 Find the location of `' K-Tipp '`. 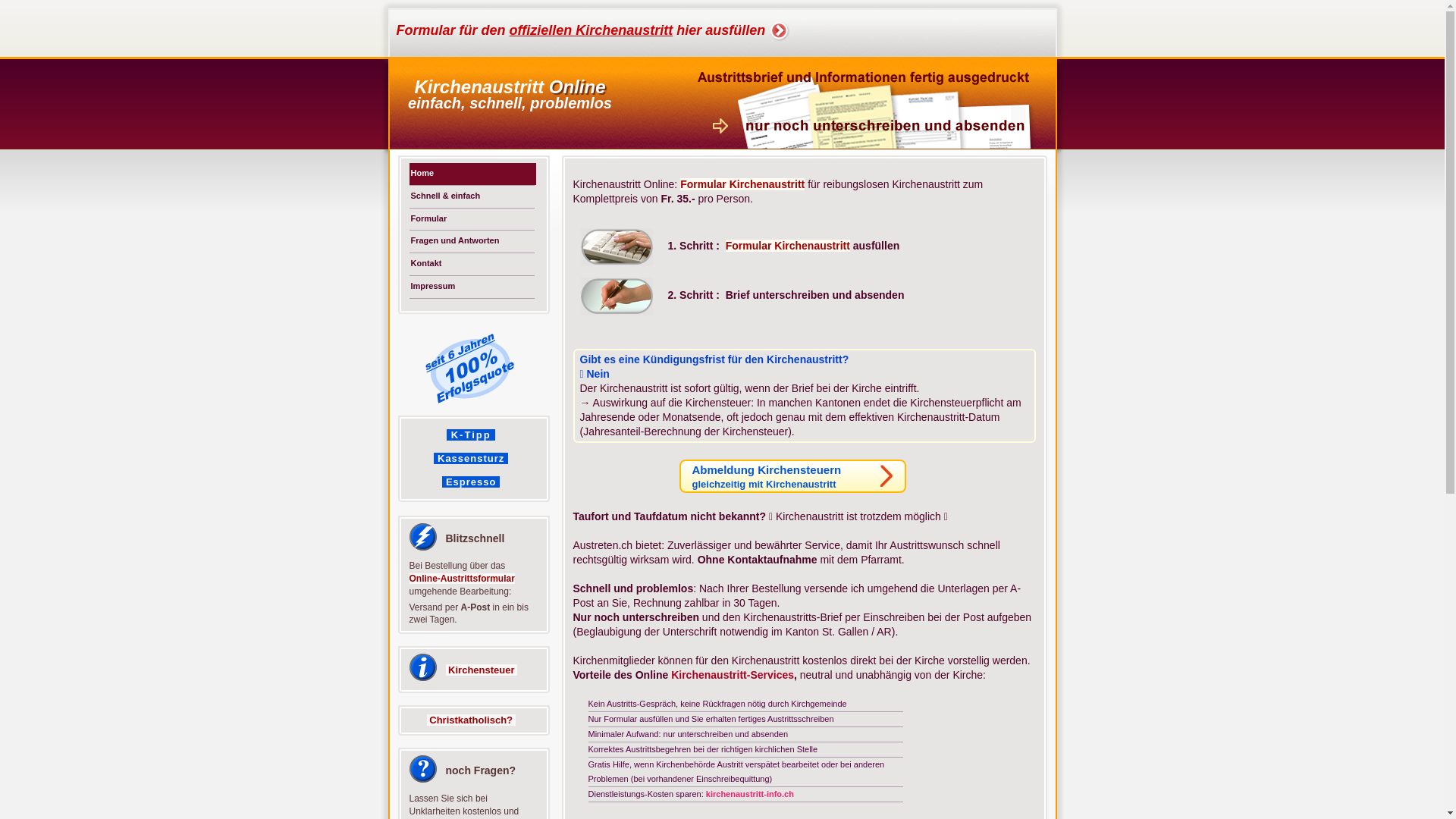

' K-Tipp ' is located at coordinates (469, 435).